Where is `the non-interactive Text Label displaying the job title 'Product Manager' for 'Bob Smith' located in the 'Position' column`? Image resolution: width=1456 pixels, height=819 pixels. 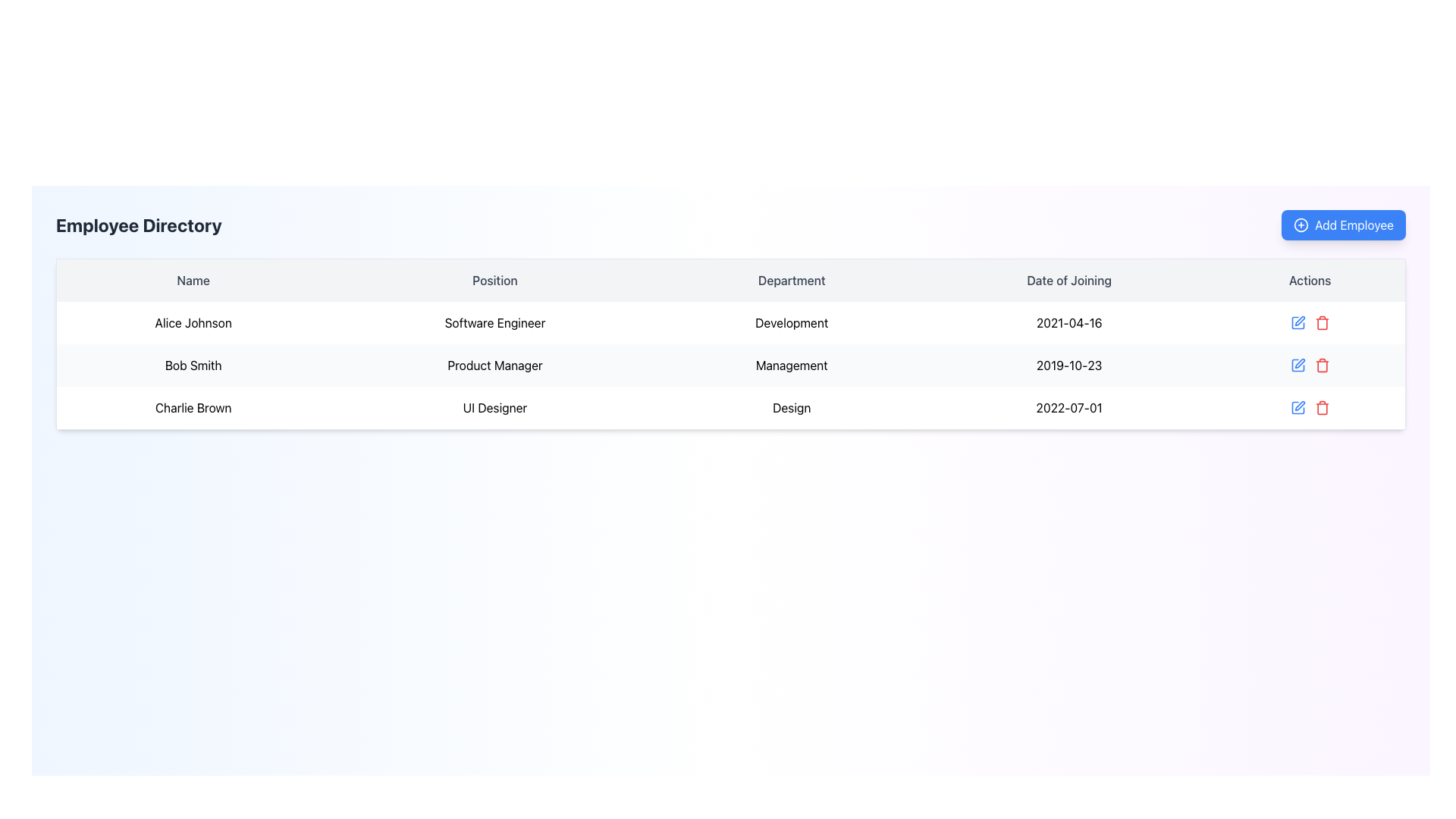 the non-interactive Text Label displaying the job title 'Product Manager' for 'Bob Smith' located in the 'Position' column is located at coordinates (494, 366).